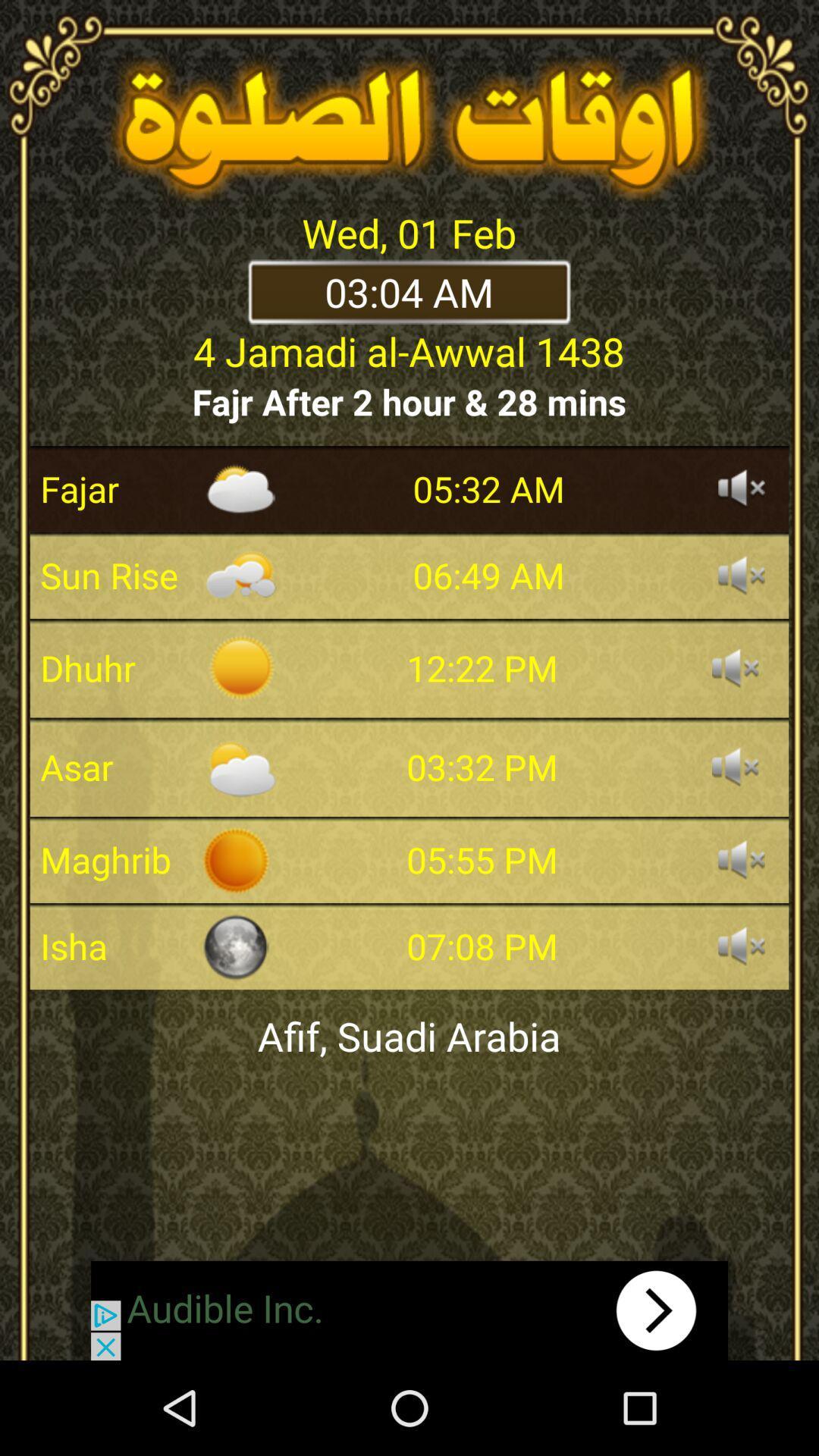  Describe the element at coordinates (741, 488) in the screenshot. I see `the volume icon` at that location.